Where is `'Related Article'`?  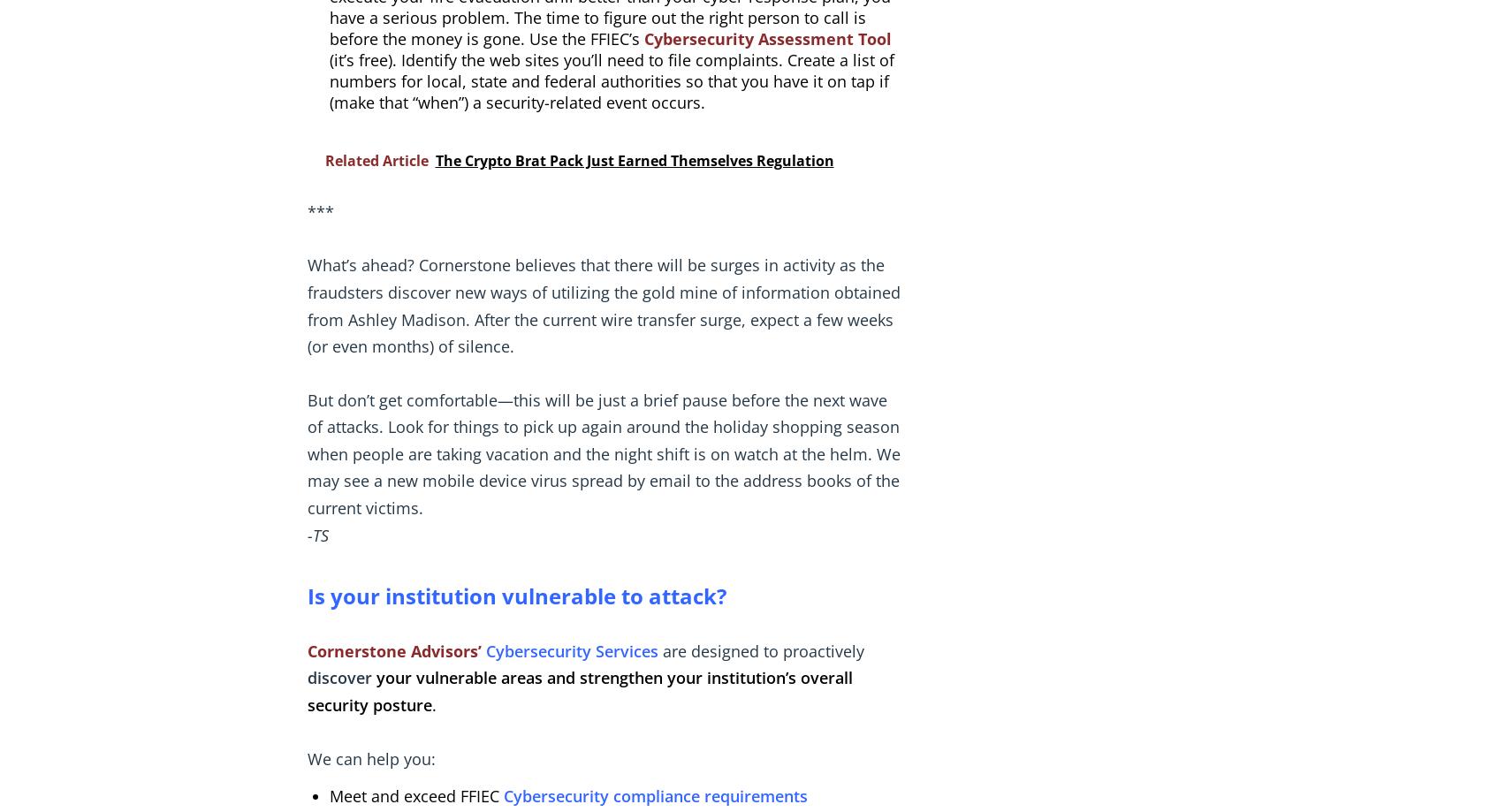 'Related Article' is located at coordinates (376, 159).